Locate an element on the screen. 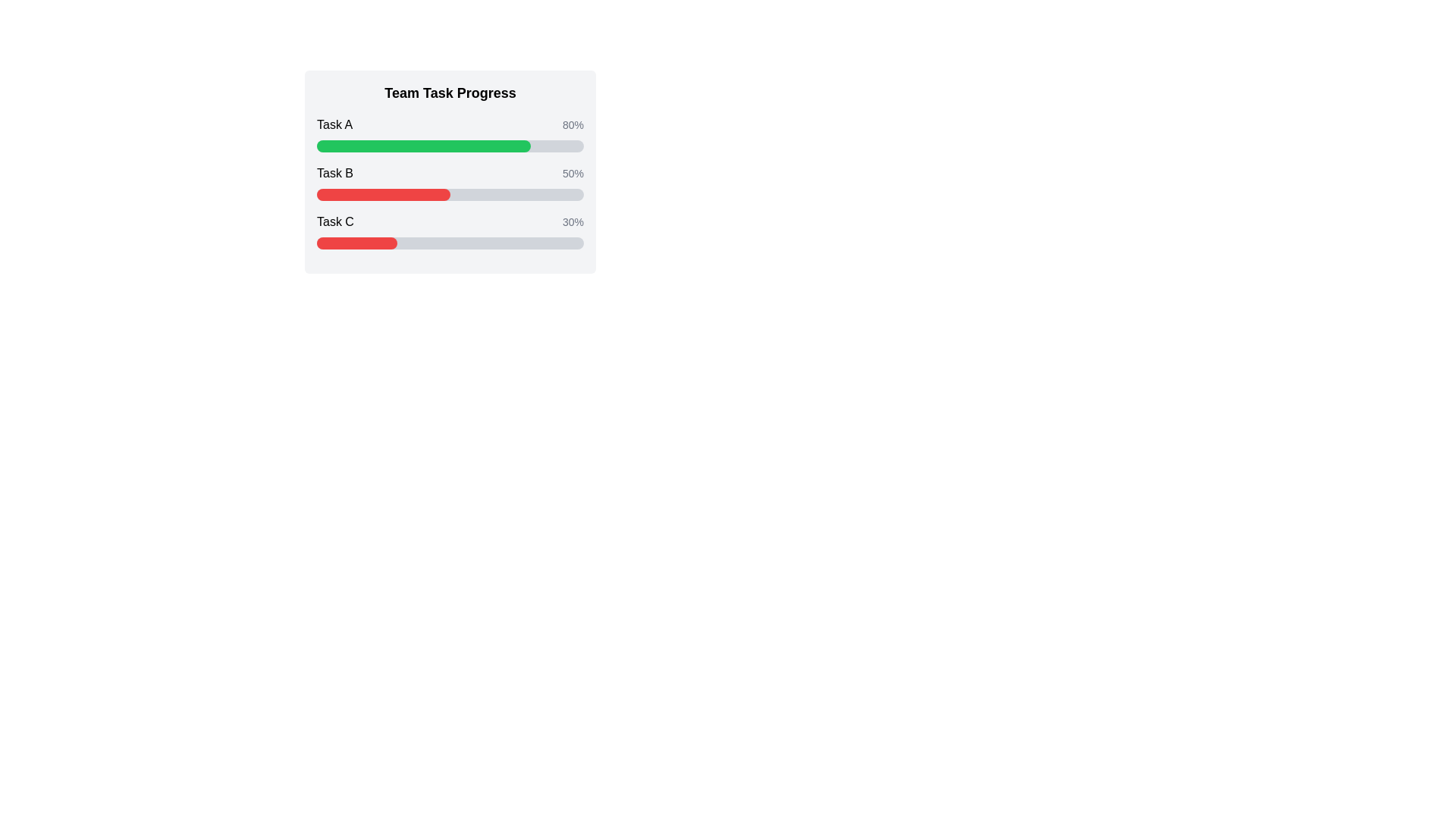 This screenshot has width=1456, height=819. the color and width of the horizontal progress bar labeled 'Task A' with an '80%' completion indicator located in the 'Team Task Progress' section is located at coordinates (450, 133).